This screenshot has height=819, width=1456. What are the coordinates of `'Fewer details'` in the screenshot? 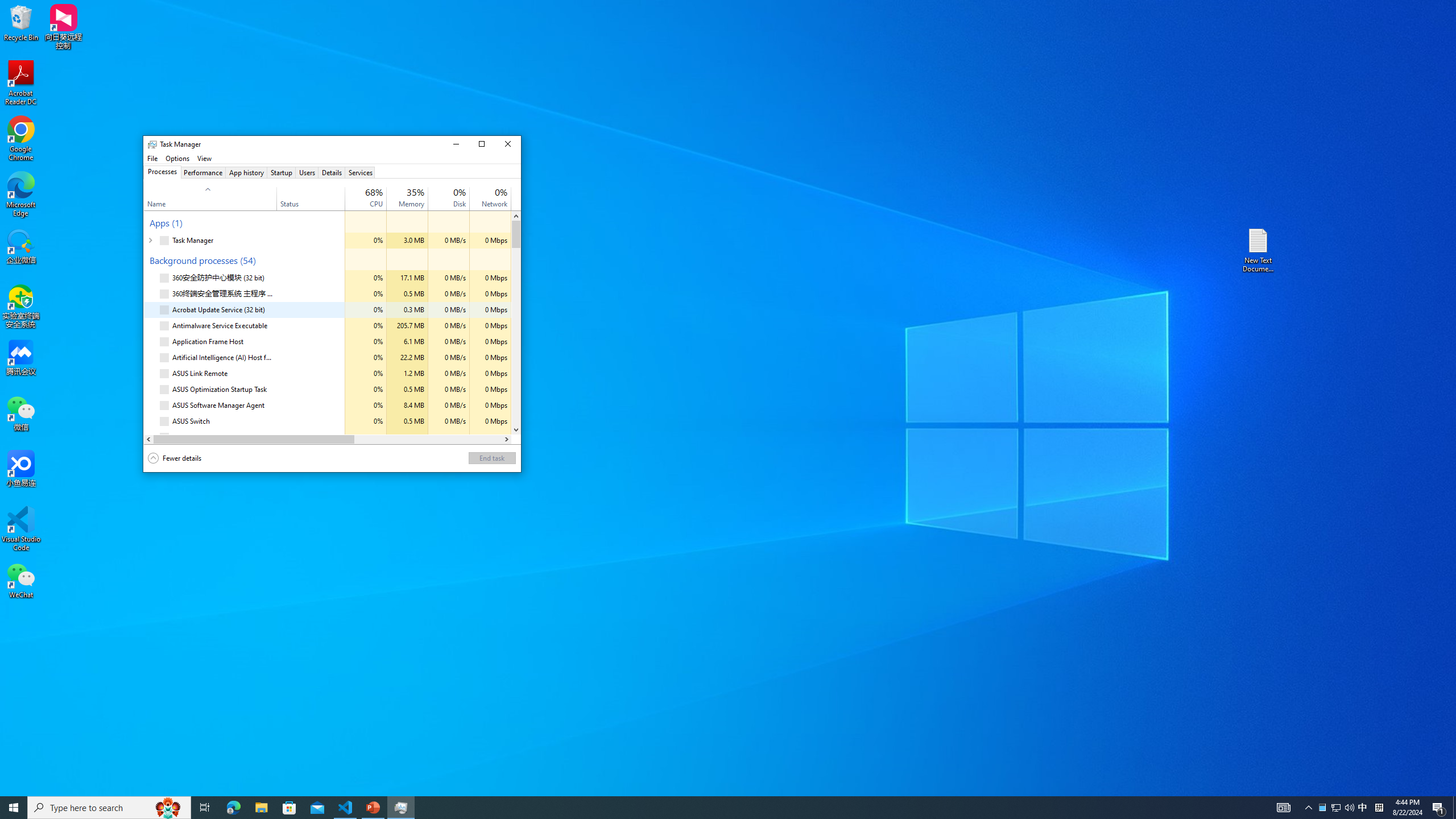 It's located at (175, 457).